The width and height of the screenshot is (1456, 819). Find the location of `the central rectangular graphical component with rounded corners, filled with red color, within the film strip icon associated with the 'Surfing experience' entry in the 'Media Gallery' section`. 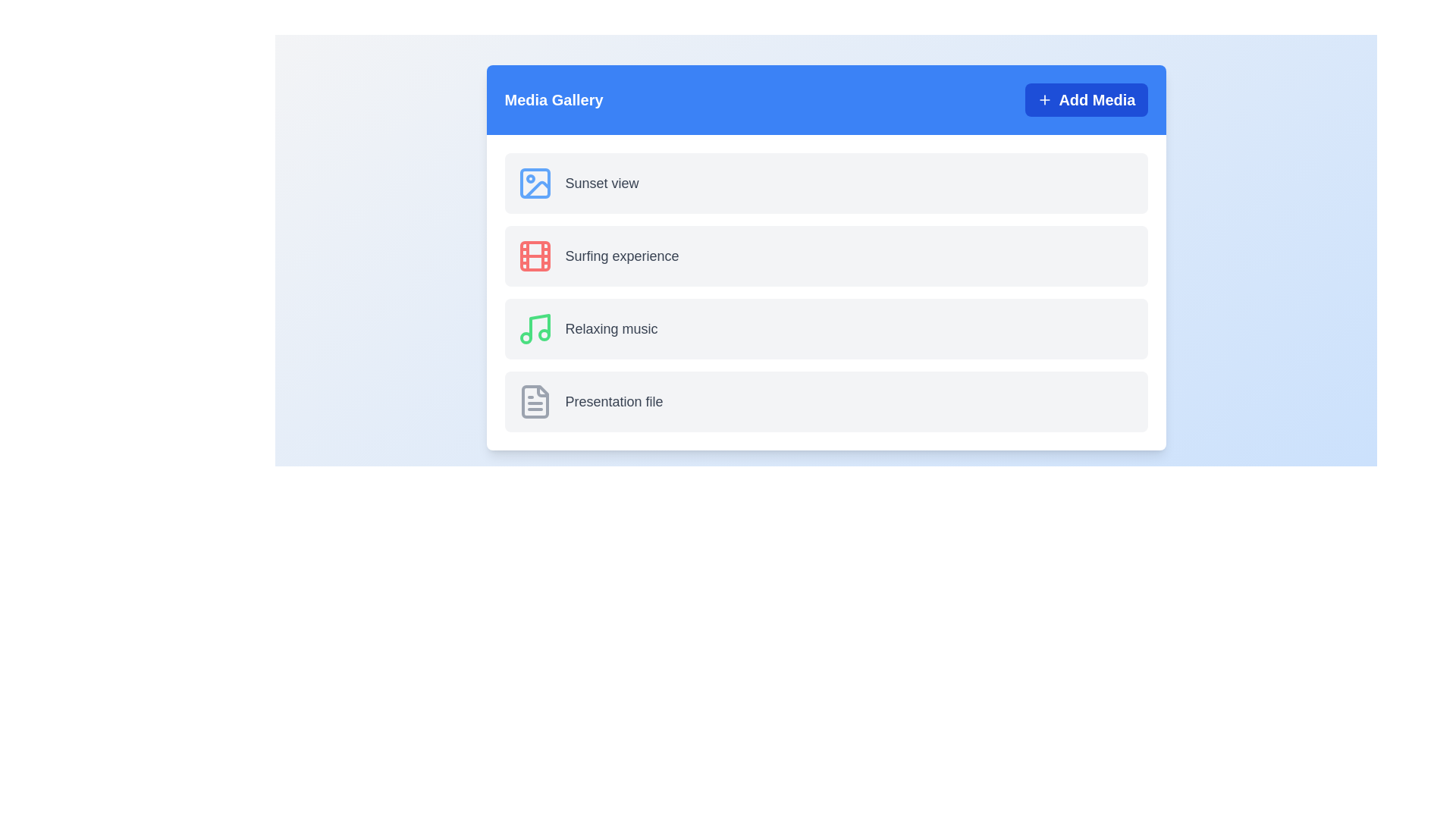

the central rectangular graphical component with rounded corners, filled with red color, within the film strip icon associated with the 'Surfing experience' entry in the 'Media Gallery' section is located at coordinates (535, 256).